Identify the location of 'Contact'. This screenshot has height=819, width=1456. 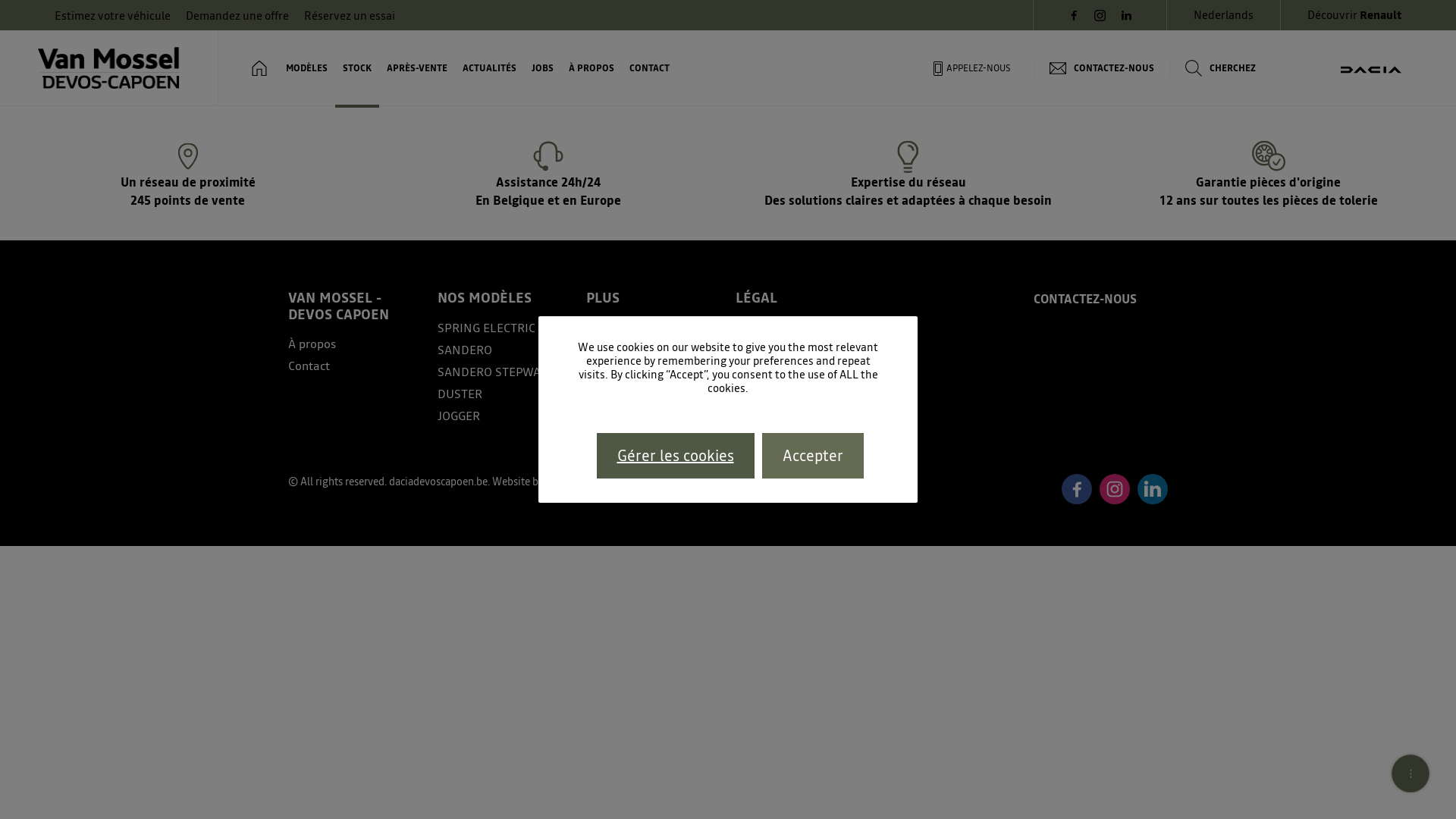
(354, 366).